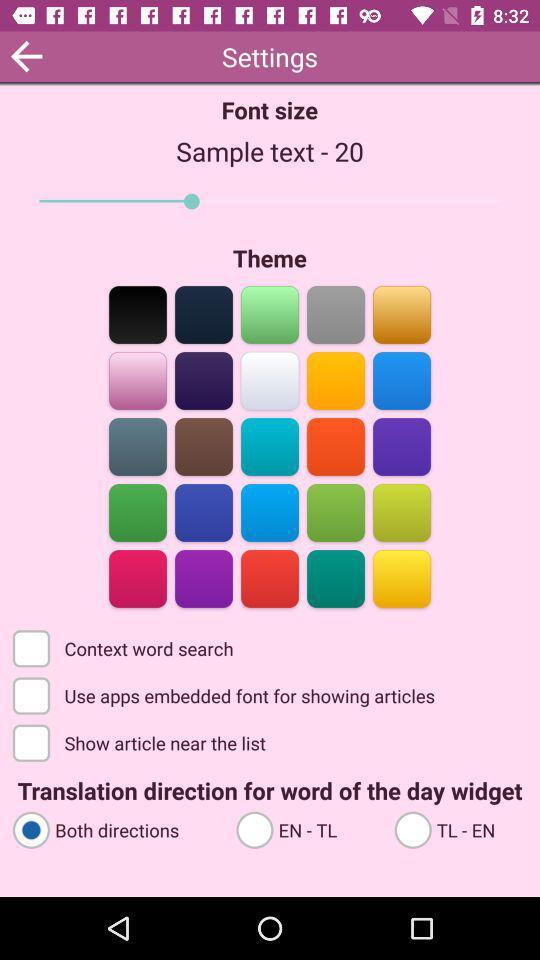 The width and height of the screenshot is (540, 960). What do you see at coordinates (137, 577) in the screenshot?
I see `theme option` at bounding box center [137, 577].